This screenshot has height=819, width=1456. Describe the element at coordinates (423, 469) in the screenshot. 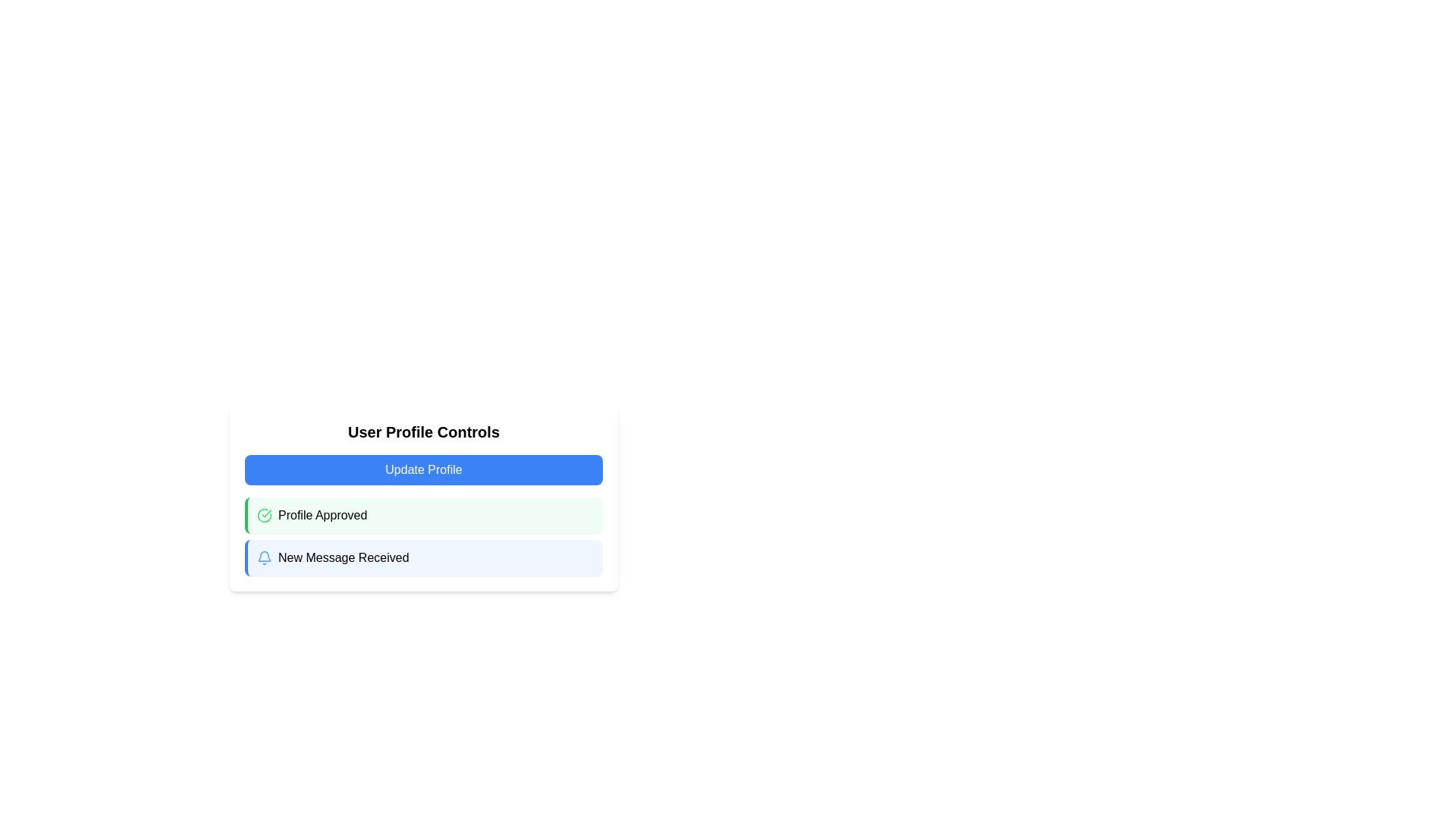

I see `the 'Update Profile' button` at that location.